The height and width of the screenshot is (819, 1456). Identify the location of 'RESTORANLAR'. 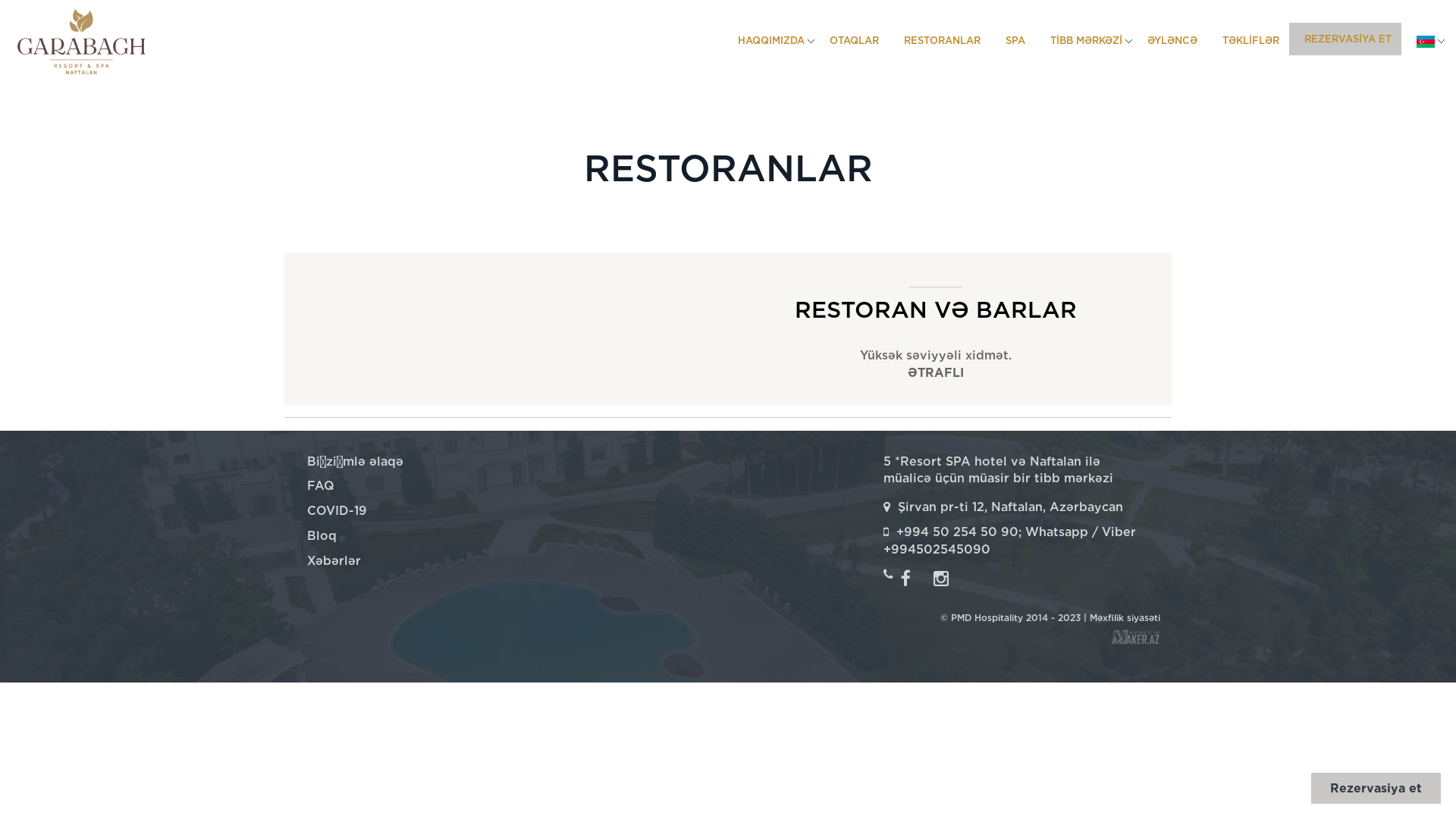
(938, 40).